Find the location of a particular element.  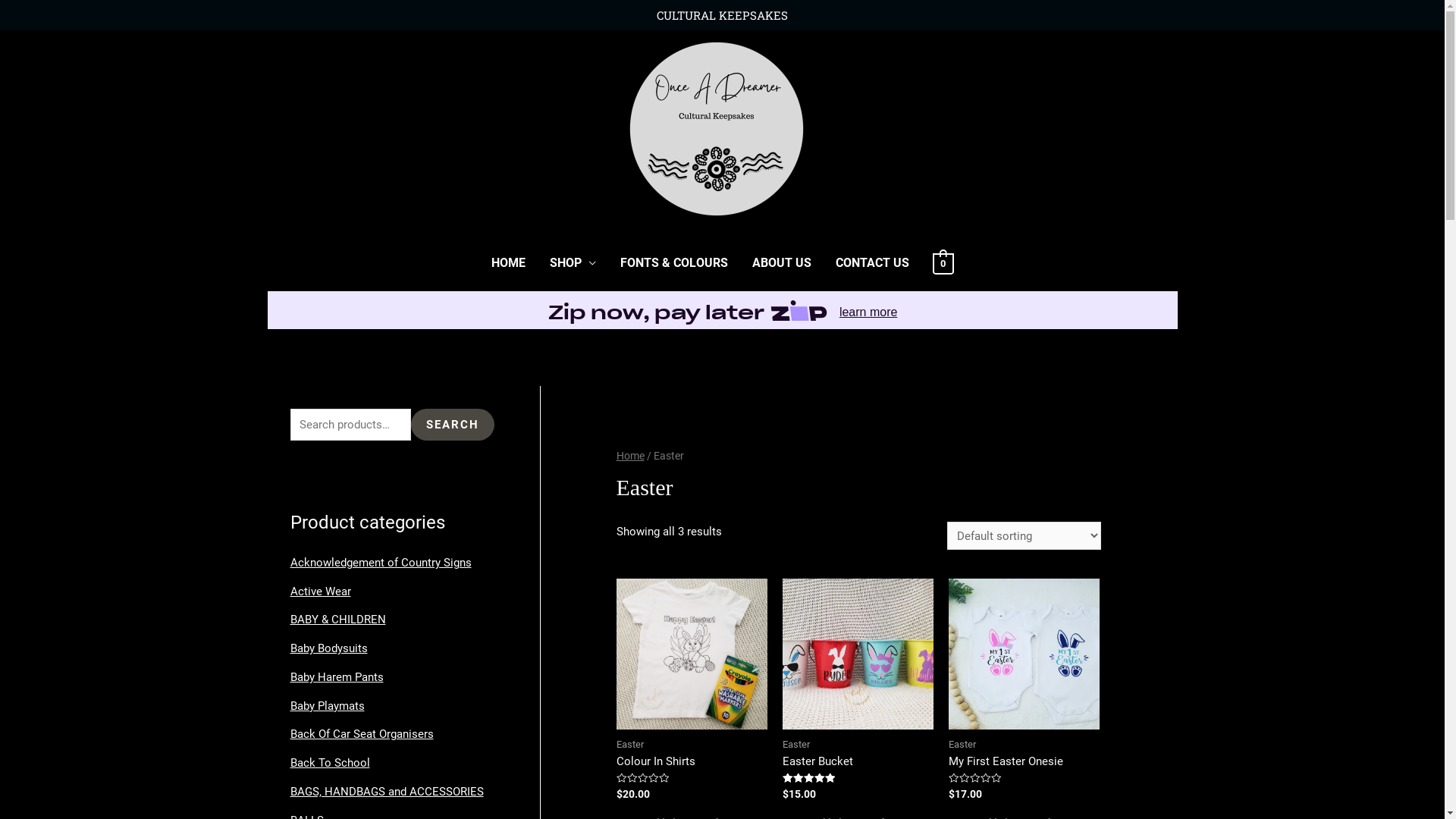

'BAGS, HANDBAGS and ACCESSORIES' is located at coordinates (386, 791).